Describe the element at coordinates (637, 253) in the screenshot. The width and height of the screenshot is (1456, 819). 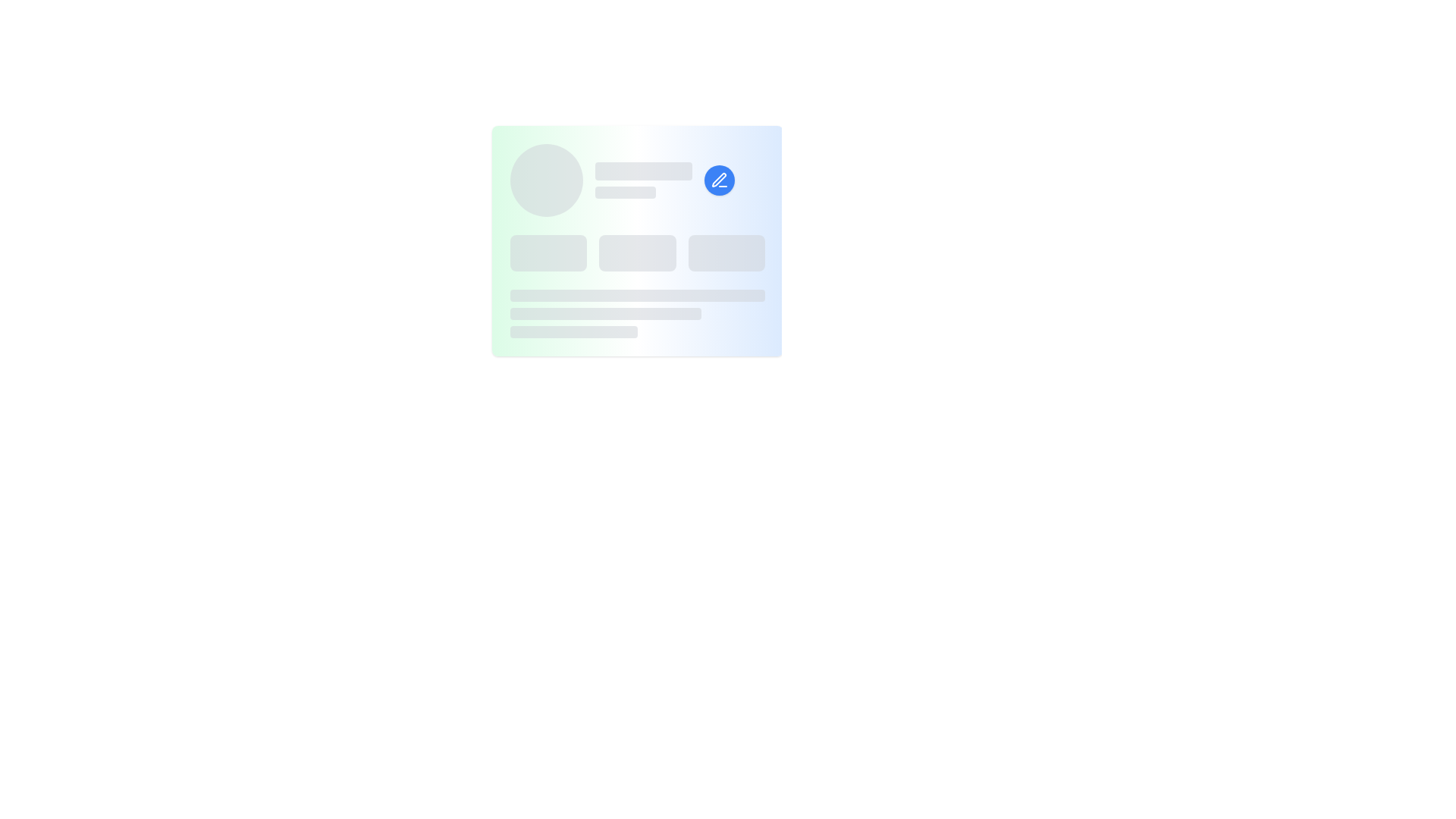
I see `the gray rectangular Placeholder component with rounded corners that is pulsing, located in the center among three similar components` at that location.